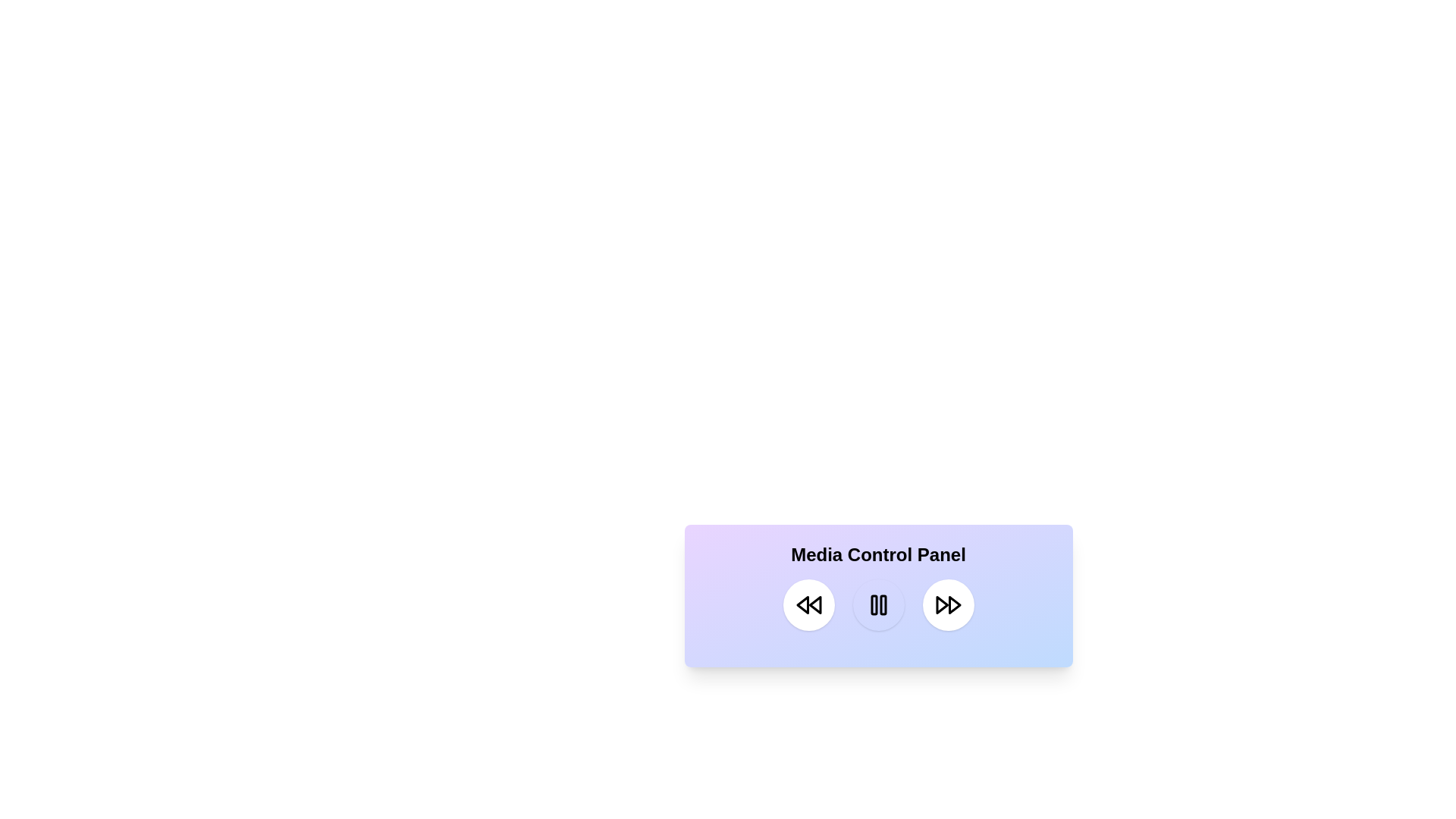 This screenshot has width=1456, height=819. Describe the element at coordinates (802, 604) in the screenshot. I see `the backward arrow icon within the leftmost circular button in the media control panel` at that location.